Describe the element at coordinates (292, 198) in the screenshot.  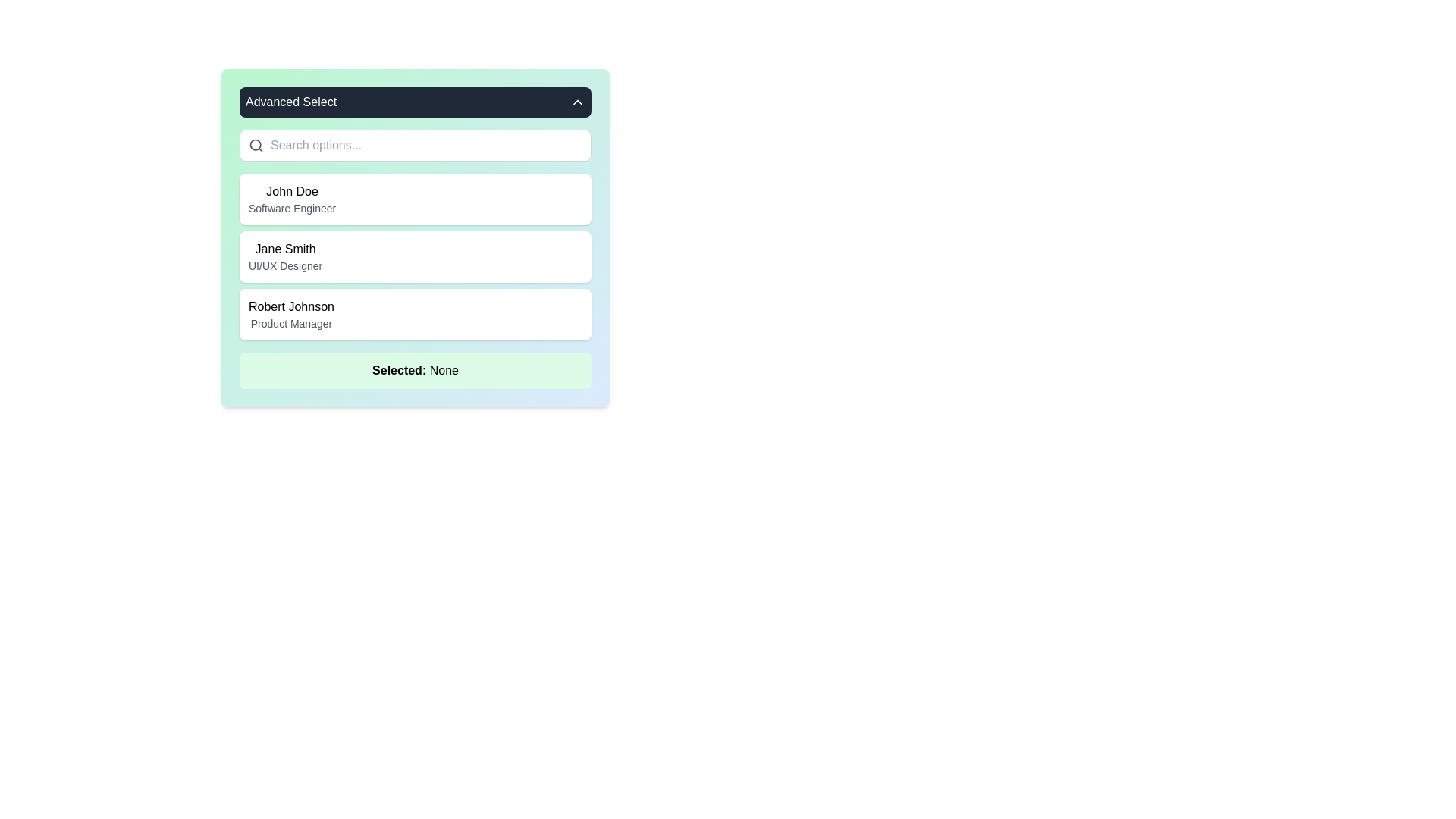
I see `to select the first entry in the selection list displaying a person's name and job title, located beneath the search bar` at that location.